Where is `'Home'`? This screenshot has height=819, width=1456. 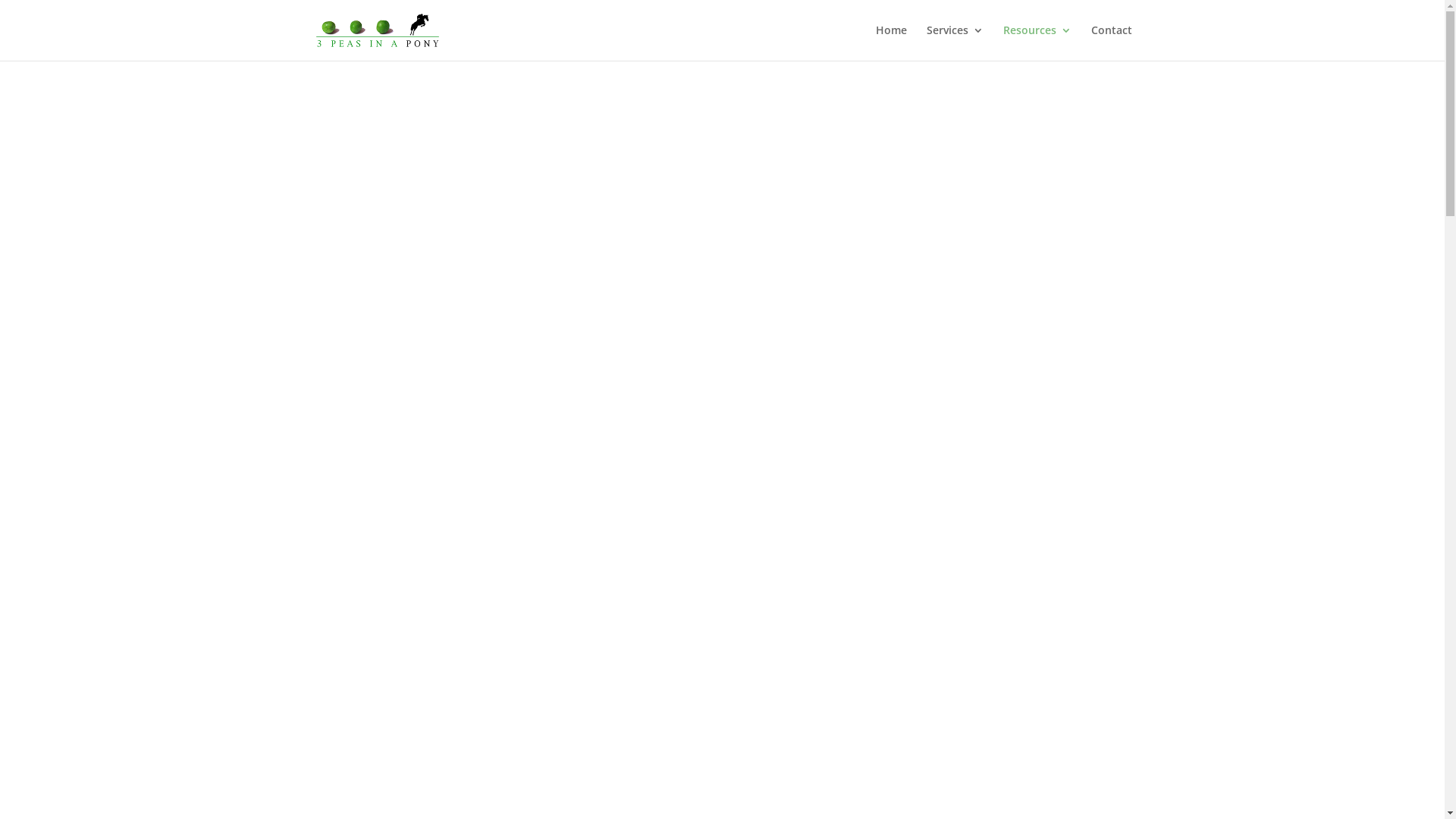 'Home' is located at coordinates (890, 42).